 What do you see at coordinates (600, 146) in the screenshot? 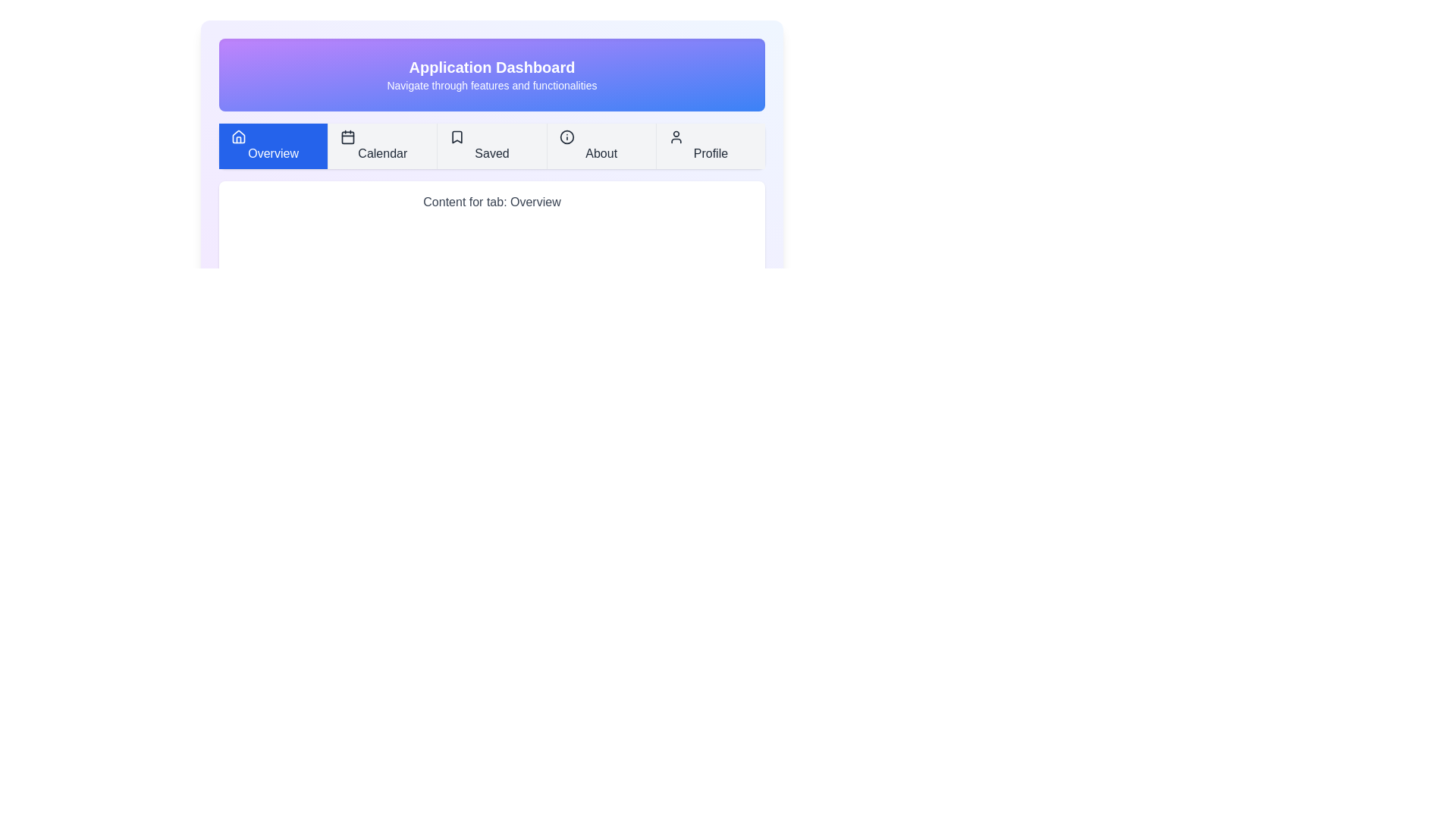
I see `the 'About' tab in the navigation bar` at bounding box center [600, 146].